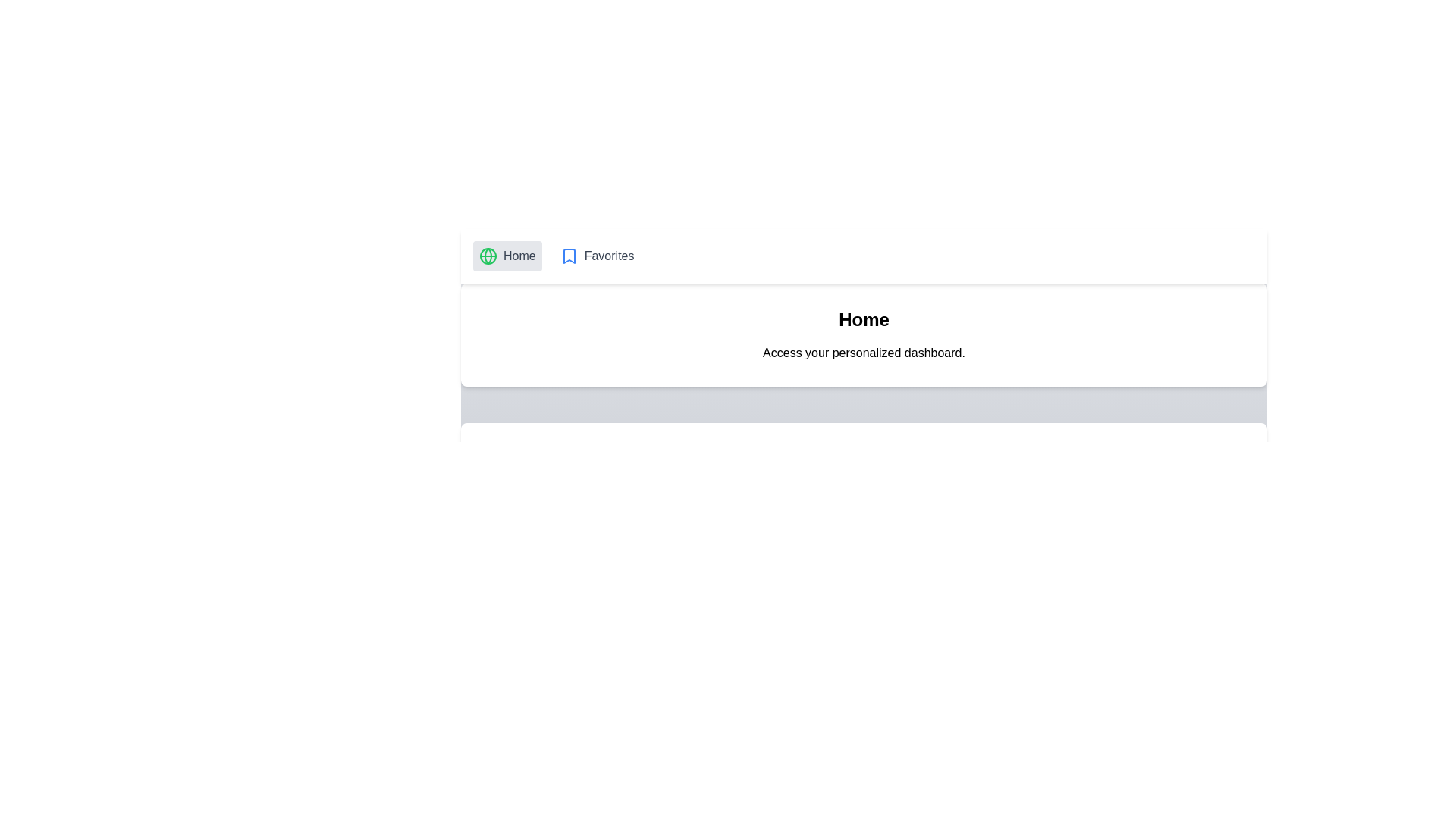 The image size is (1456, 819). What do you see at coordinates (568, 256) in the screenshot?
I see `the triangular bookmark icon with a blue outline located in the top navigation bar, adjacent to the 'Favorites' label and 'Home' icon` at bounding box center [568, 256].